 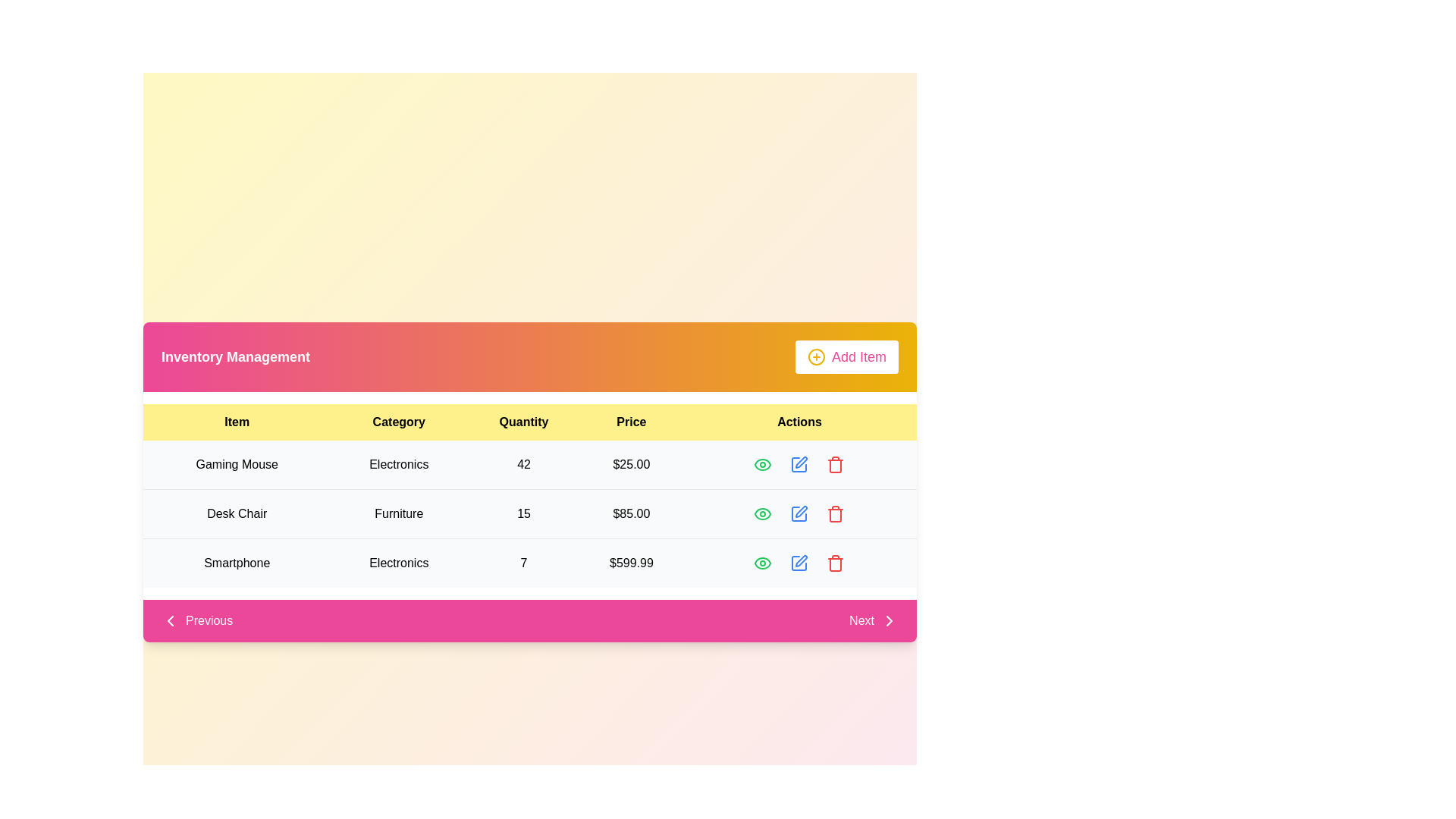 What do you see at coordinates (763, 563) in the screenshot?
I see `the green eye icon in the 'Actions' column for the 'Smartphone' row` at bounding box center [763, 563].